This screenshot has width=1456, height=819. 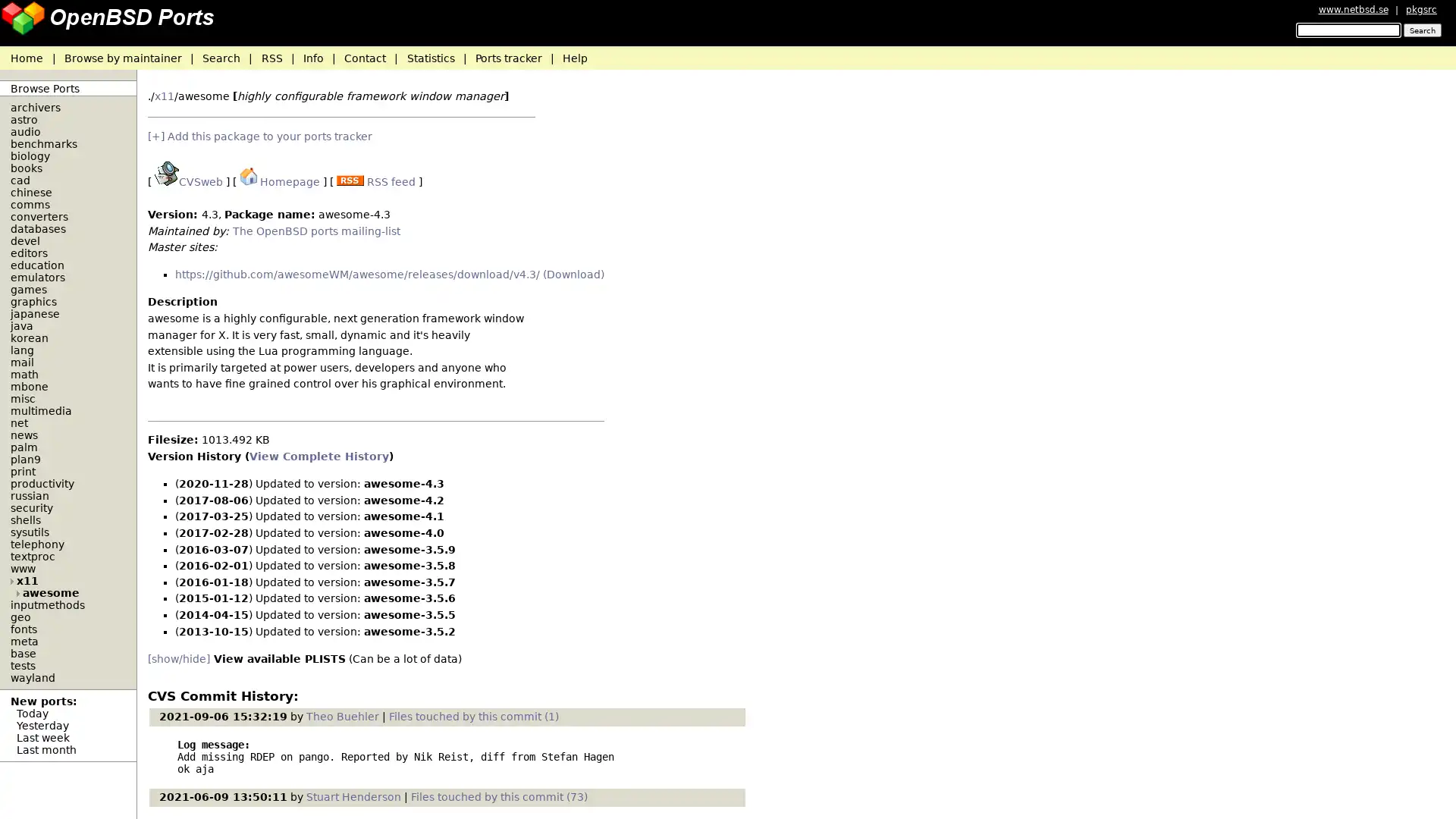 I want to click on Search, so click(x=1421, y=30).